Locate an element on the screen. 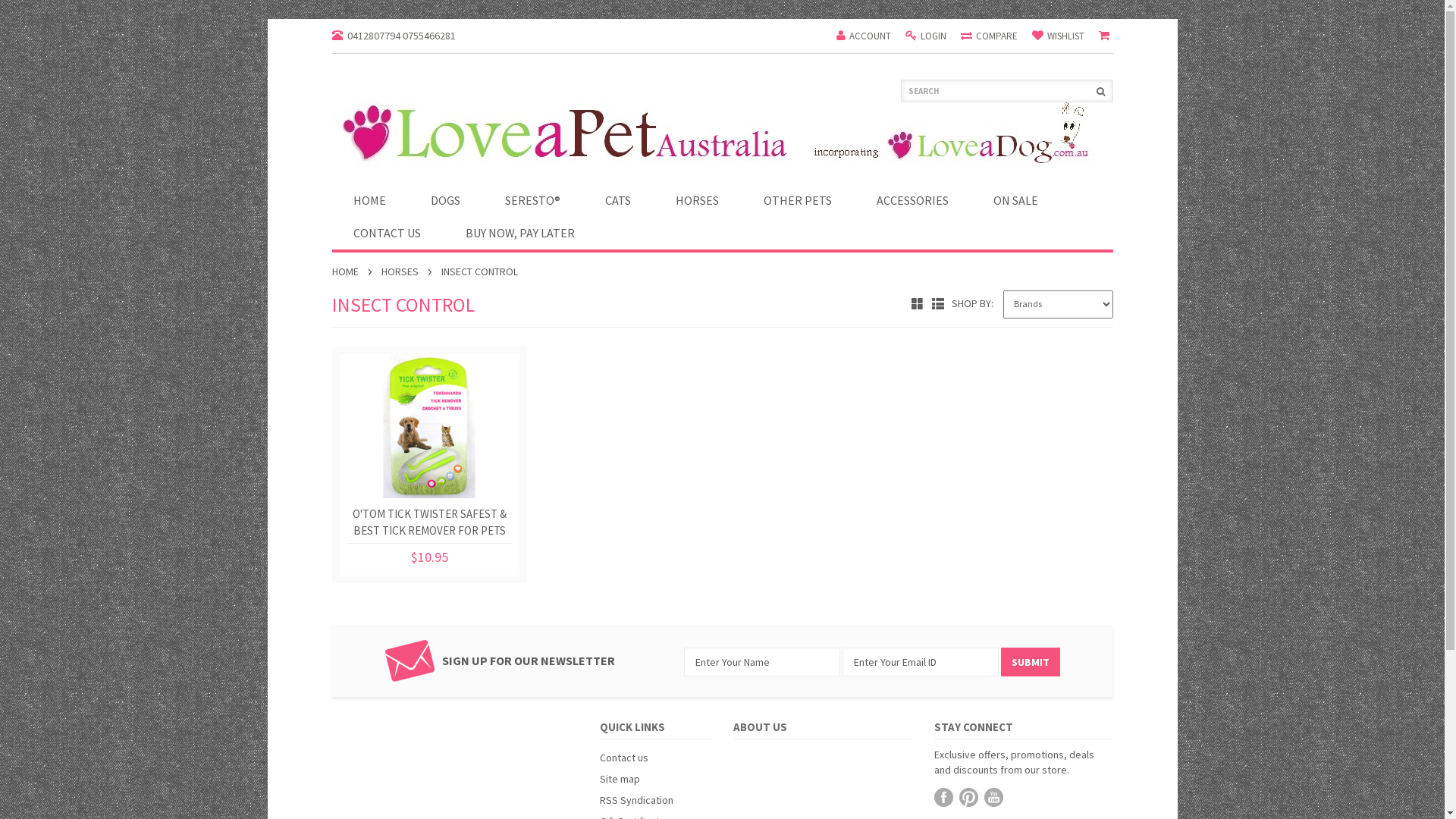  'Site map' is located at coordinates (620, 778).